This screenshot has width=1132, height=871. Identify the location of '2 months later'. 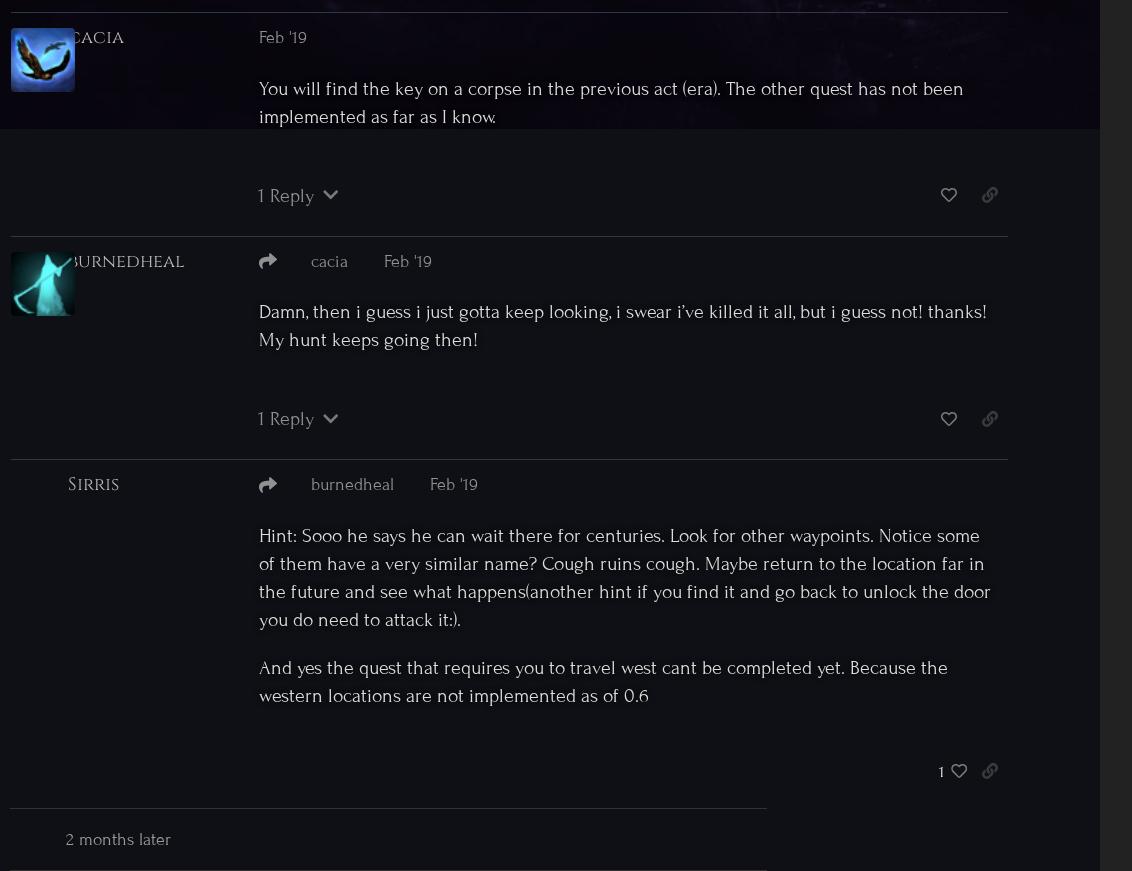
(117, 839).